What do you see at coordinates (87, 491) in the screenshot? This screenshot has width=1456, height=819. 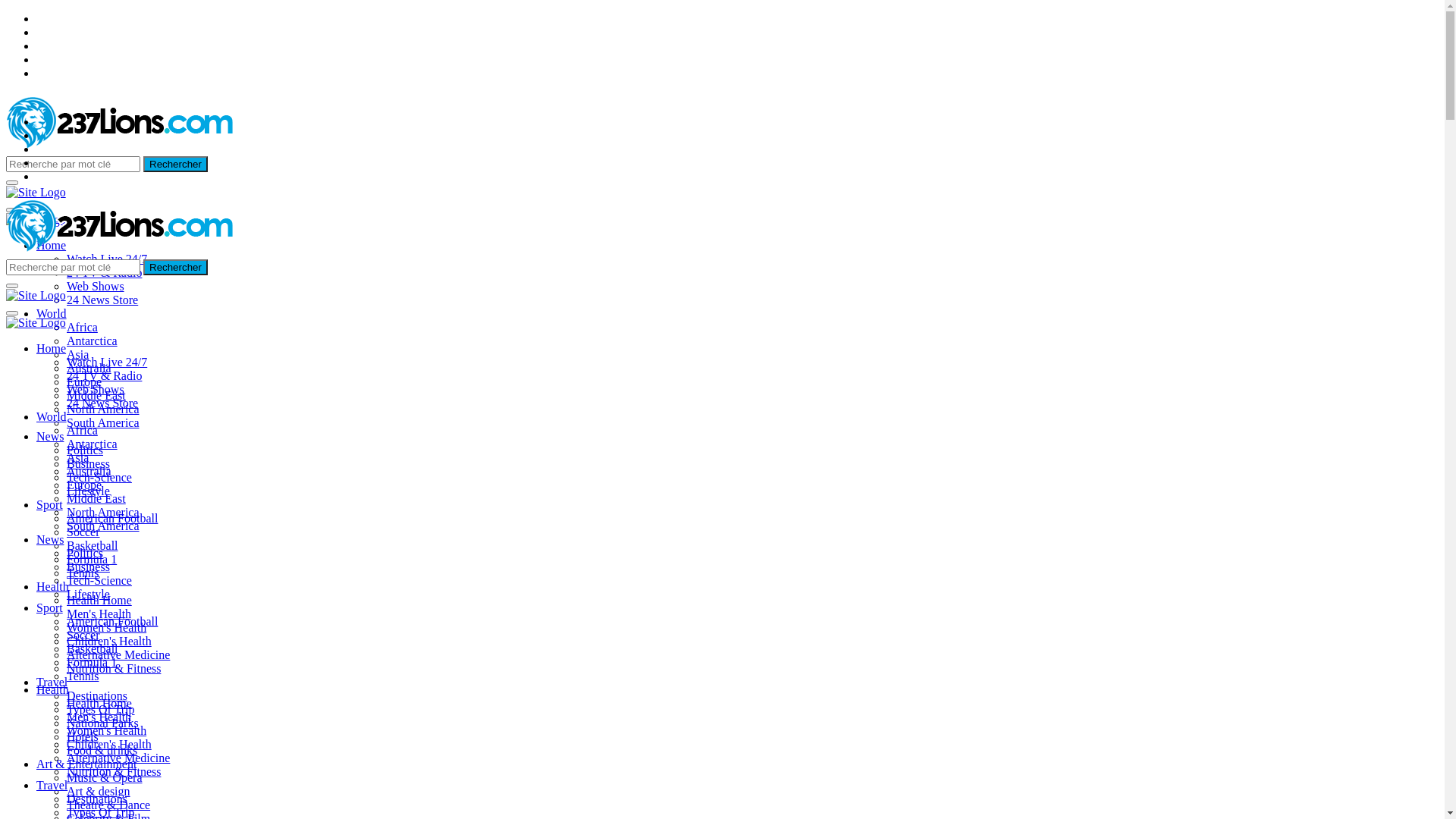 I see `'Lifestyle'` at bounding box center [87, 491].